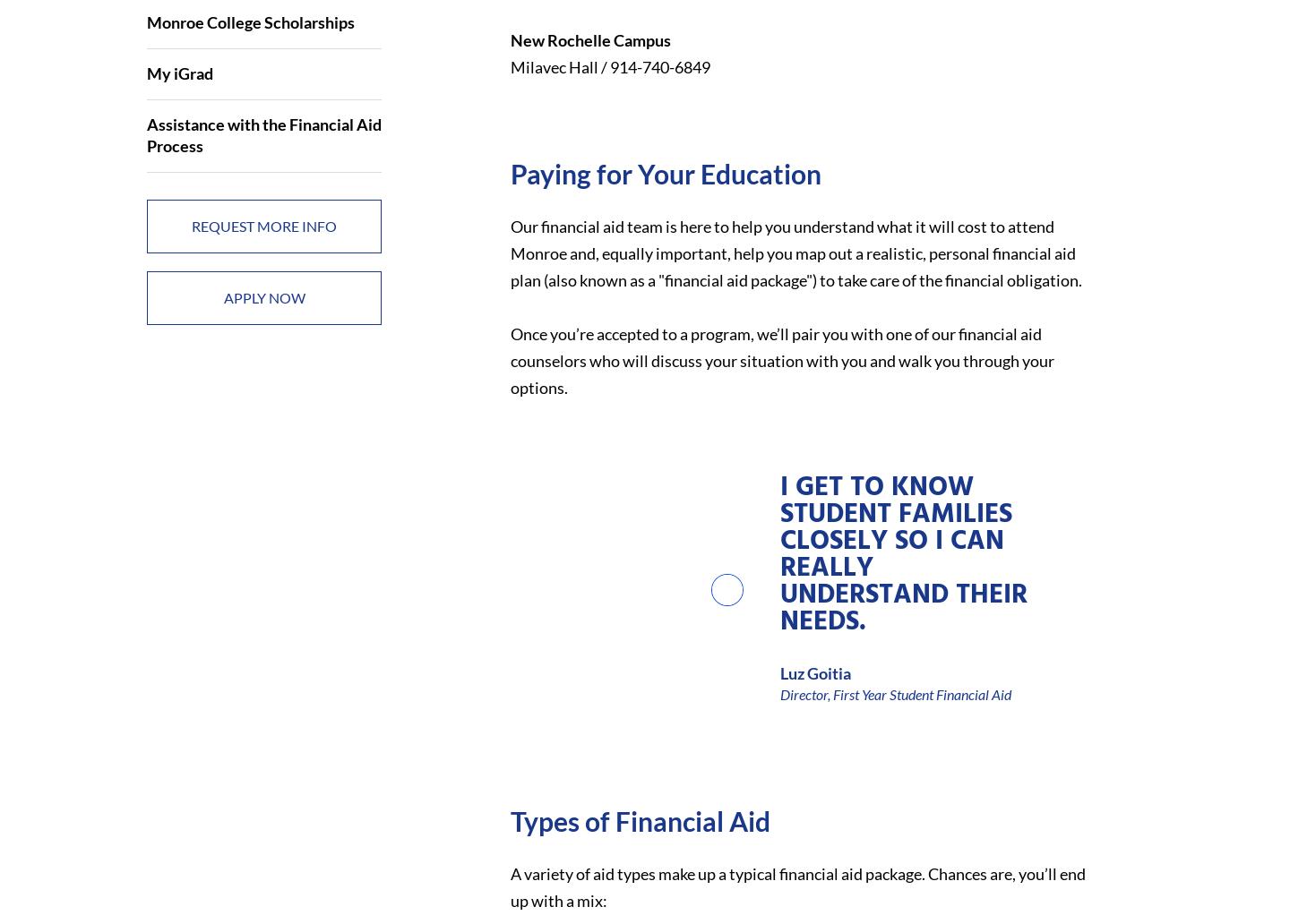 The image size is (1290, 924). I want to click on 'I get to know student families closely so I can really understand their needs.', so click(901, 553).